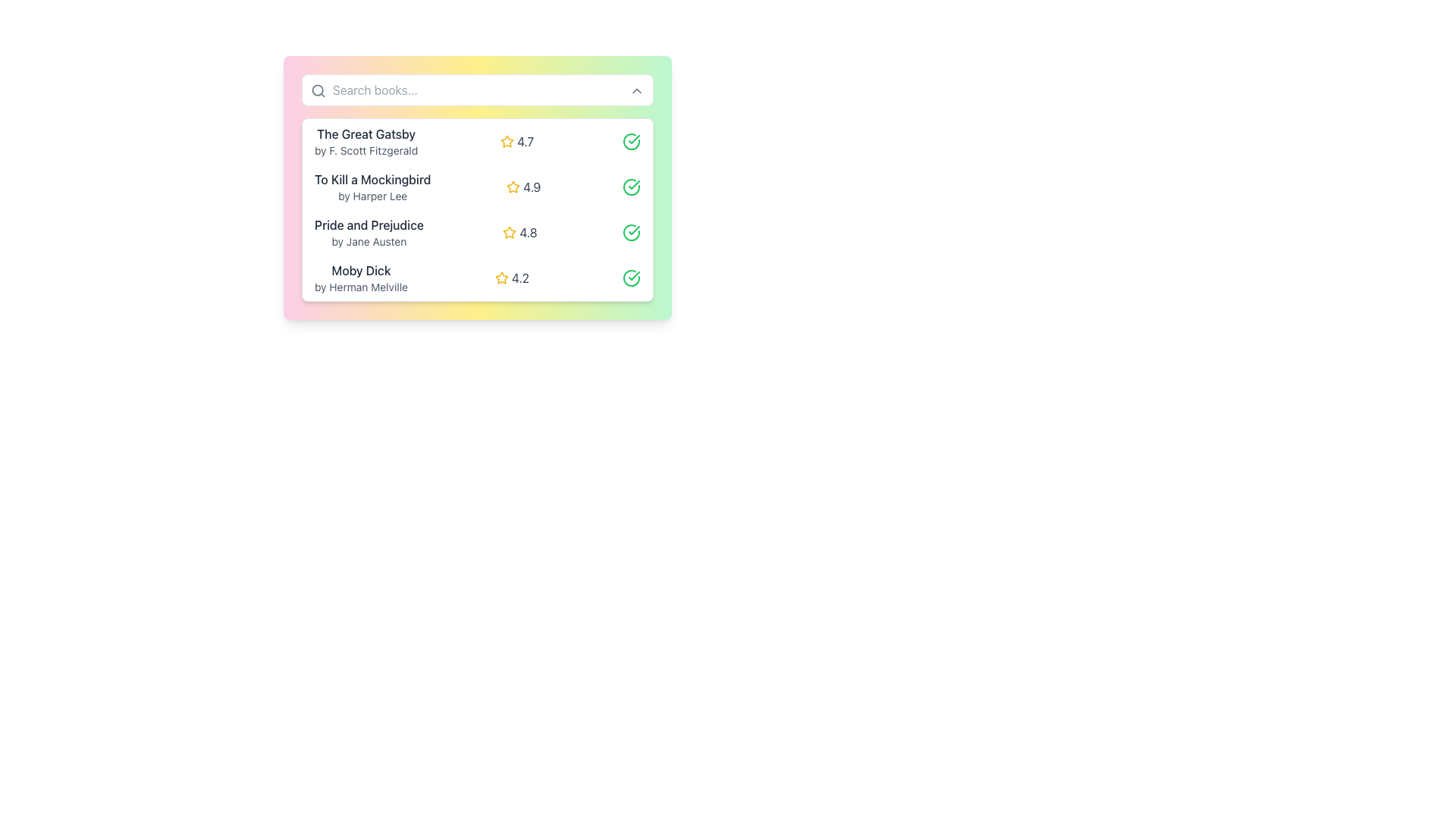 This screenshot has width=1456, height=819. I want to click on the rating indicator displaying the number '4.9' for the book 'To Kill a Mockingbird', which is styled in gray and located to the right of a yellow star icon, so click(532, 186).